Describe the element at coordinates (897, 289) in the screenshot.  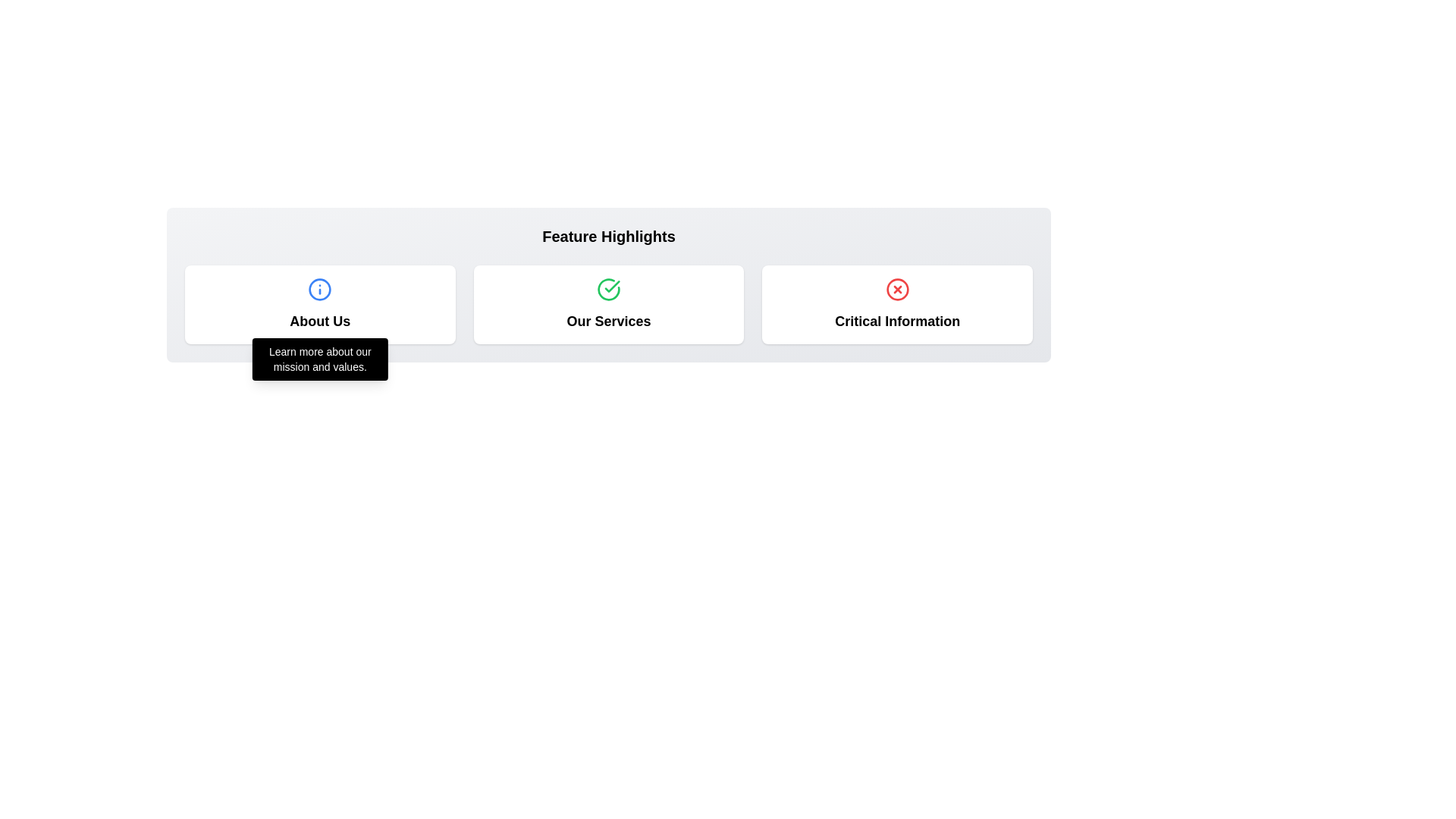
I see `the error/warning icon located at the top-center of the 'Critical Information' card, below the header section` at that location.